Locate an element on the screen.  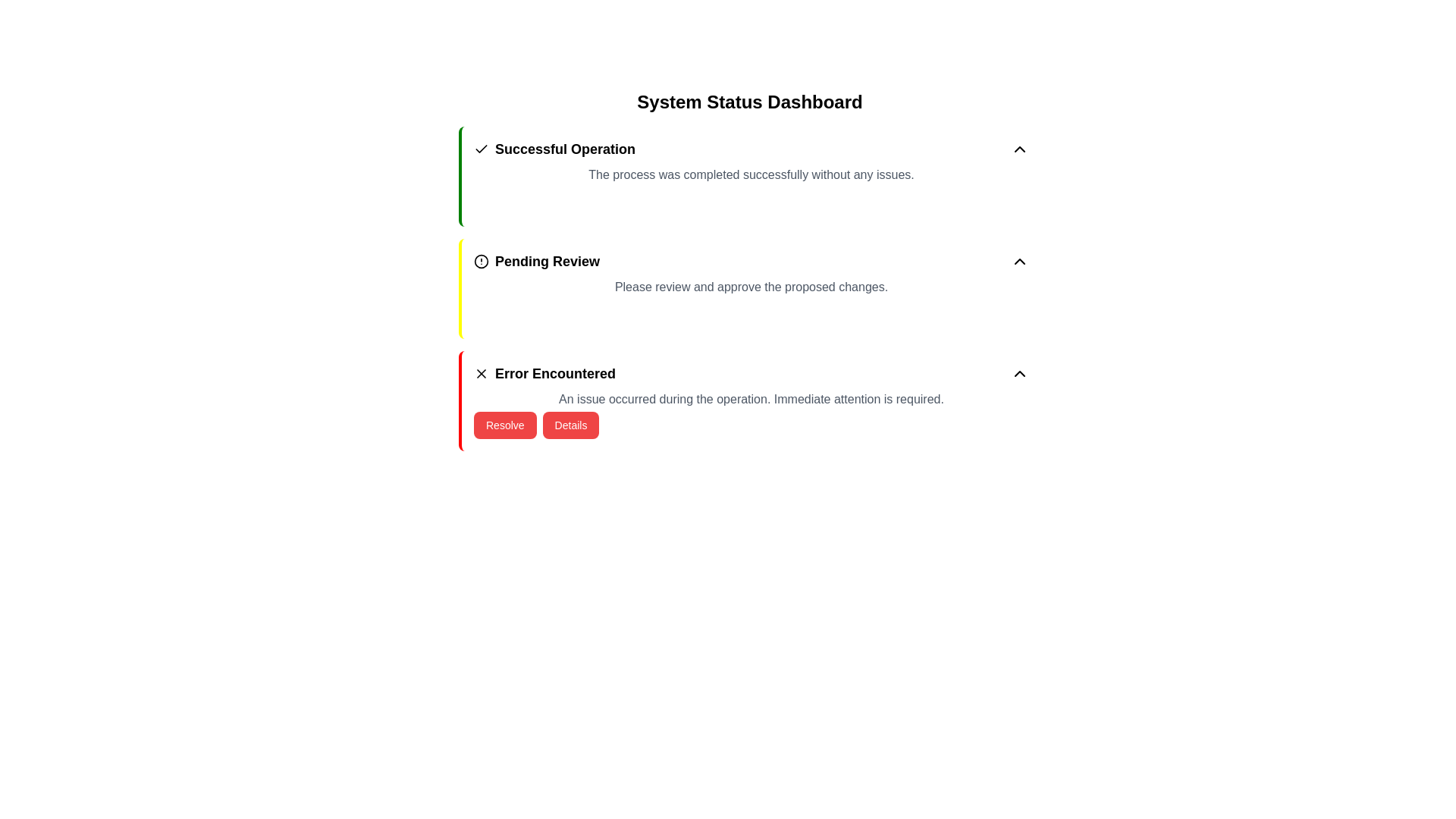
description from the 'Pending Review' informational panel, which is a rectangular section with a yellow border on the left and a white background, containing the title and description text is located at coordinates (749, 289).